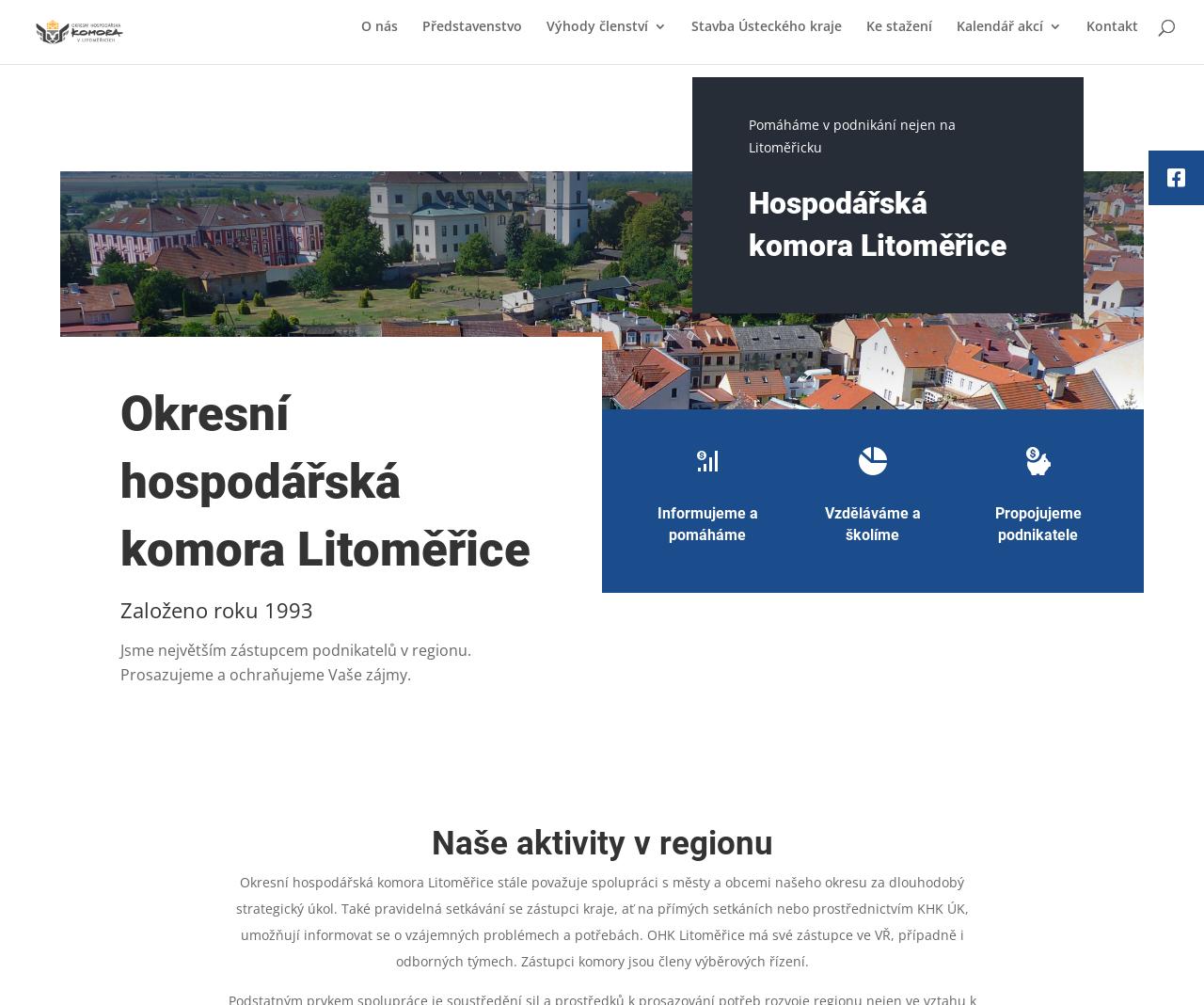 The image size is (1204, 1005). What do you see at coordinates (875, 223) in the screenshot?
I see `'Hospodářská komora Litoměřice'` at bounding box center [875, 223].